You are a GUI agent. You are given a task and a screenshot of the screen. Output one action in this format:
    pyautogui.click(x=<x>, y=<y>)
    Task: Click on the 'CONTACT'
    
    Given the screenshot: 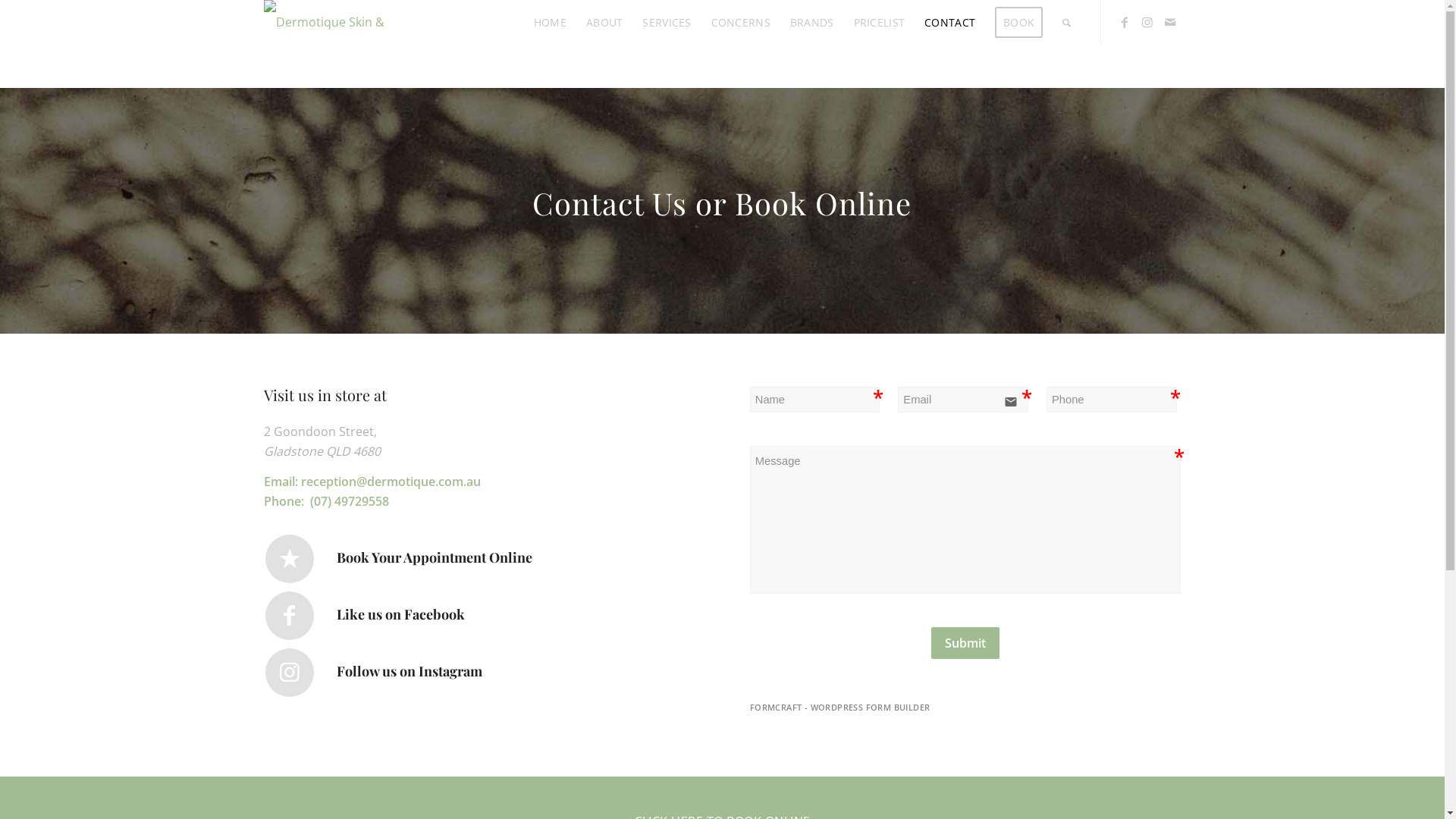 What is the action you would take?
    pyautogui.click(x=949, y=22)
    